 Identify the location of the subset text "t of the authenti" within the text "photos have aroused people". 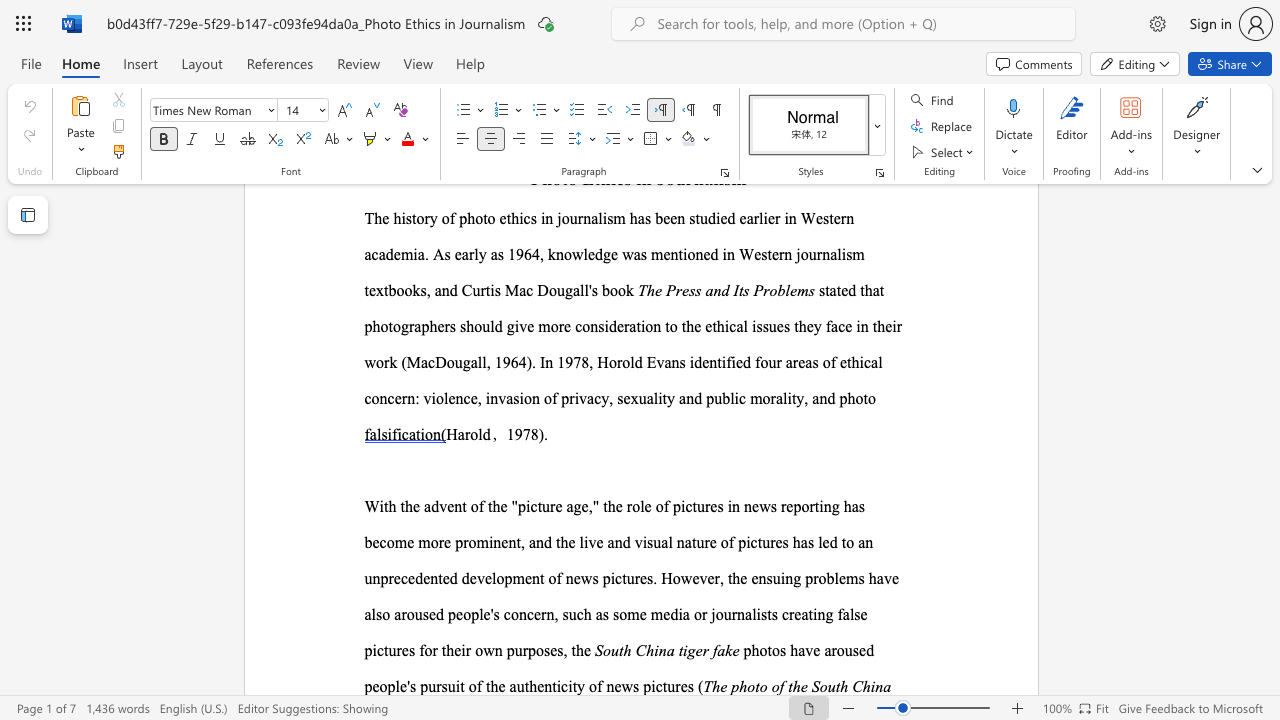
(459, 685).